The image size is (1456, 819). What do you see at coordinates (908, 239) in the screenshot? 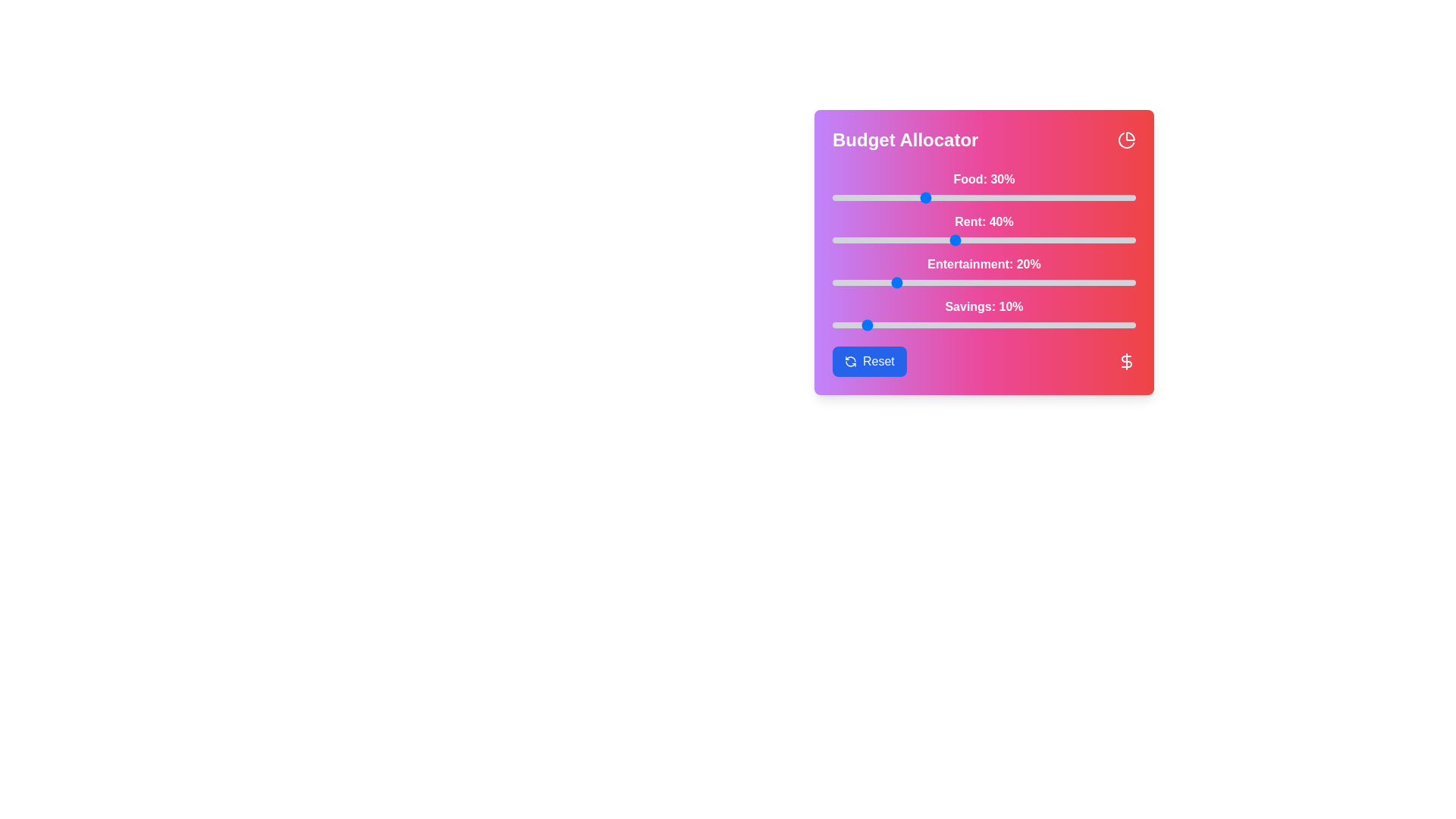
I see `the rent allocation` at bounding box center [908, 239].